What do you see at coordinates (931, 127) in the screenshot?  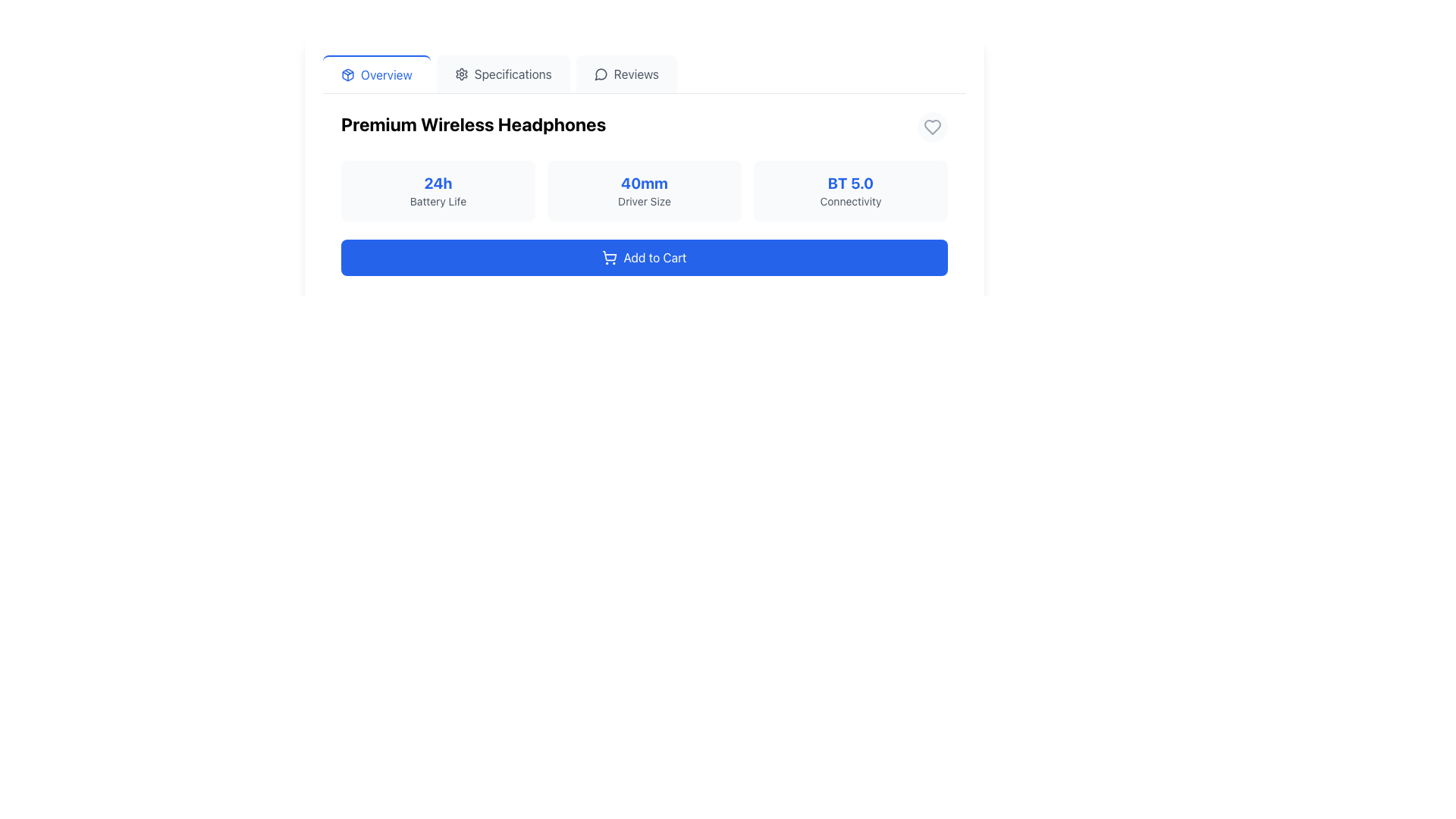 I see `the favorite or like icon located at the top-right corner of the interface` at bounding box center [931, 127].